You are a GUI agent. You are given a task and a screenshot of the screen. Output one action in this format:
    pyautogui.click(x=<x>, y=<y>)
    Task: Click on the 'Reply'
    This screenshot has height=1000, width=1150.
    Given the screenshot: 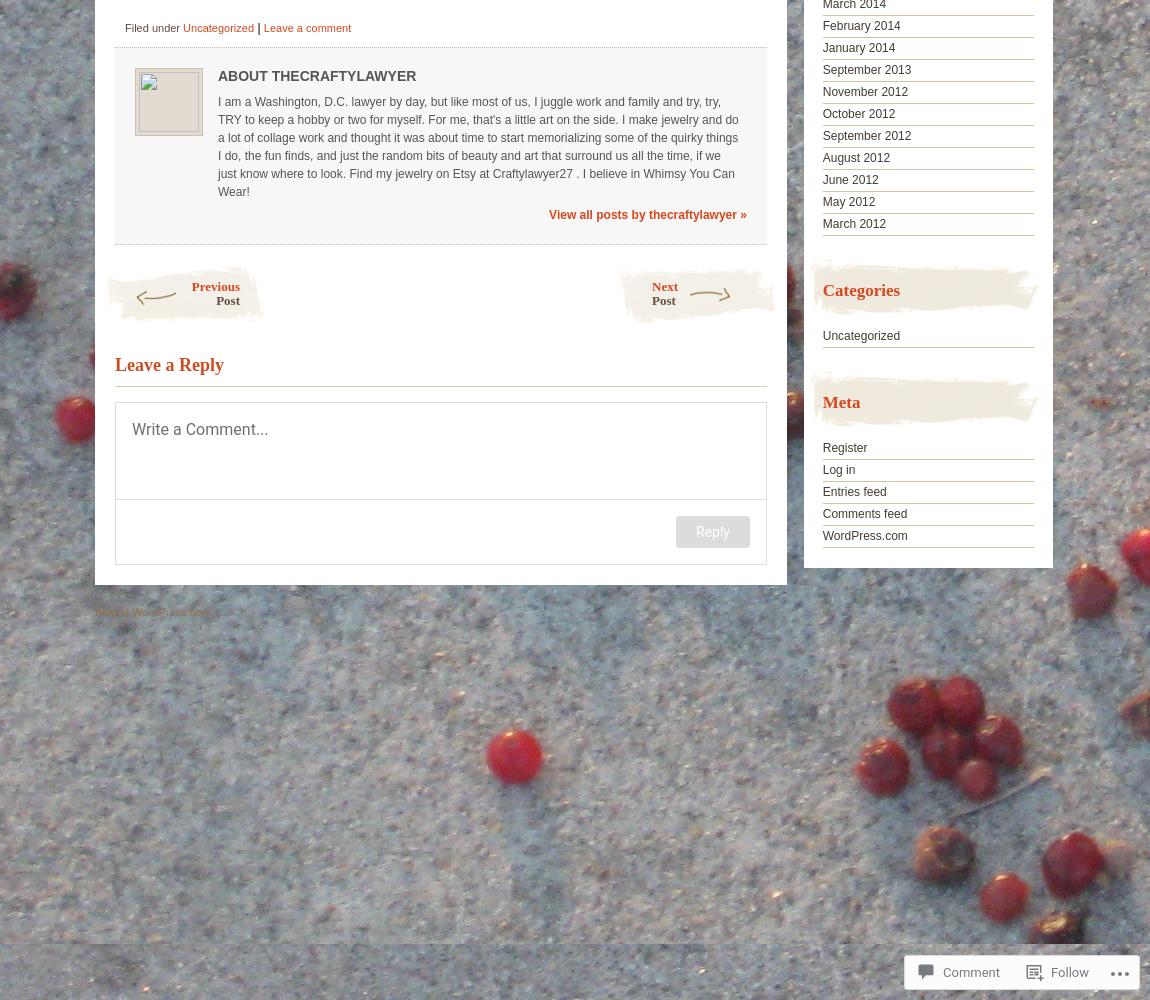 What is the action you would take?
    pyautogui.click(x=694, y=532)
    